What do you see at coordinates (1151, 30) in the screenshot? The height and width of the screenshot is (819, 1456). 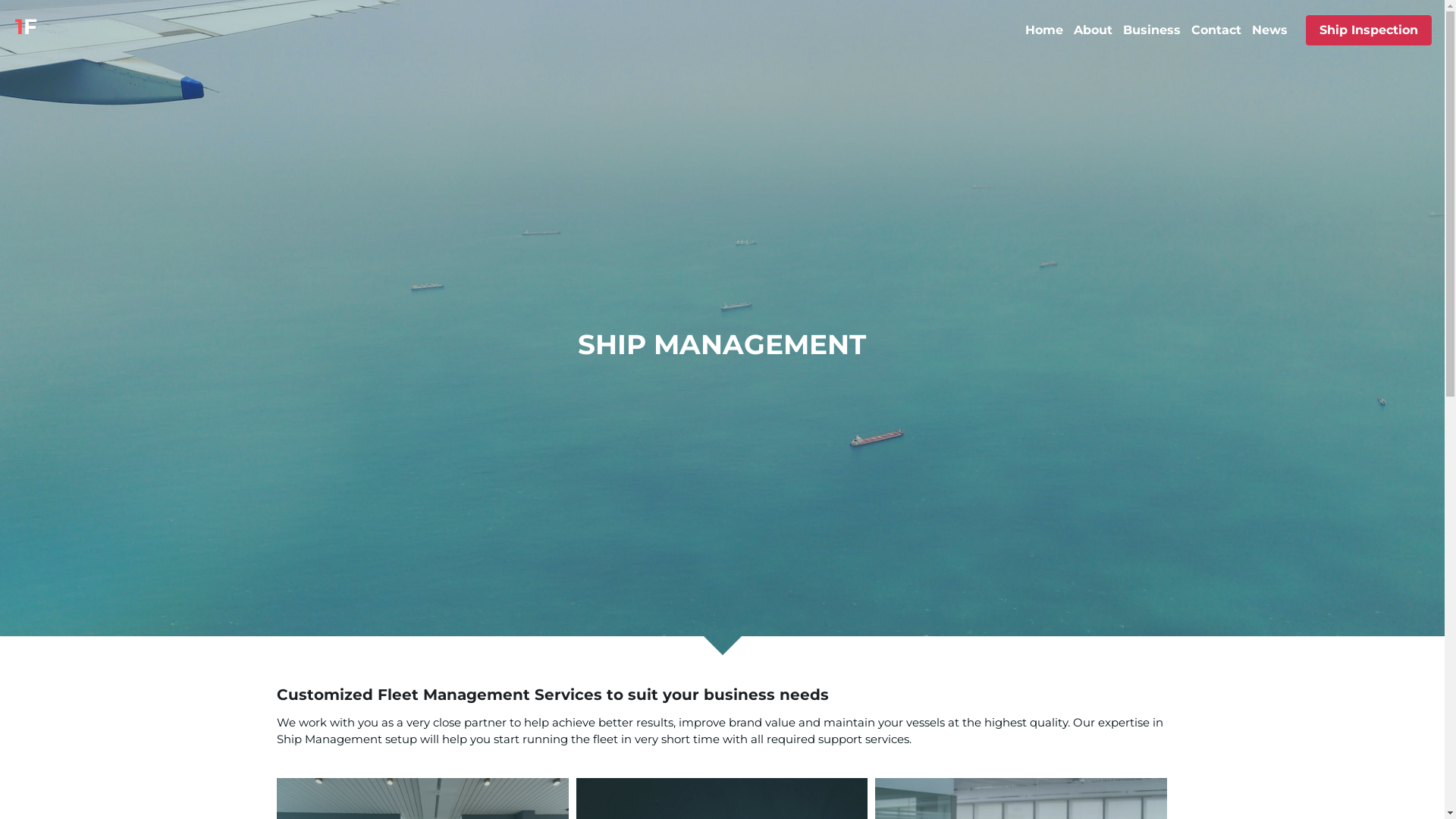 I see `'Business'` at bounding box center [1151, 30].